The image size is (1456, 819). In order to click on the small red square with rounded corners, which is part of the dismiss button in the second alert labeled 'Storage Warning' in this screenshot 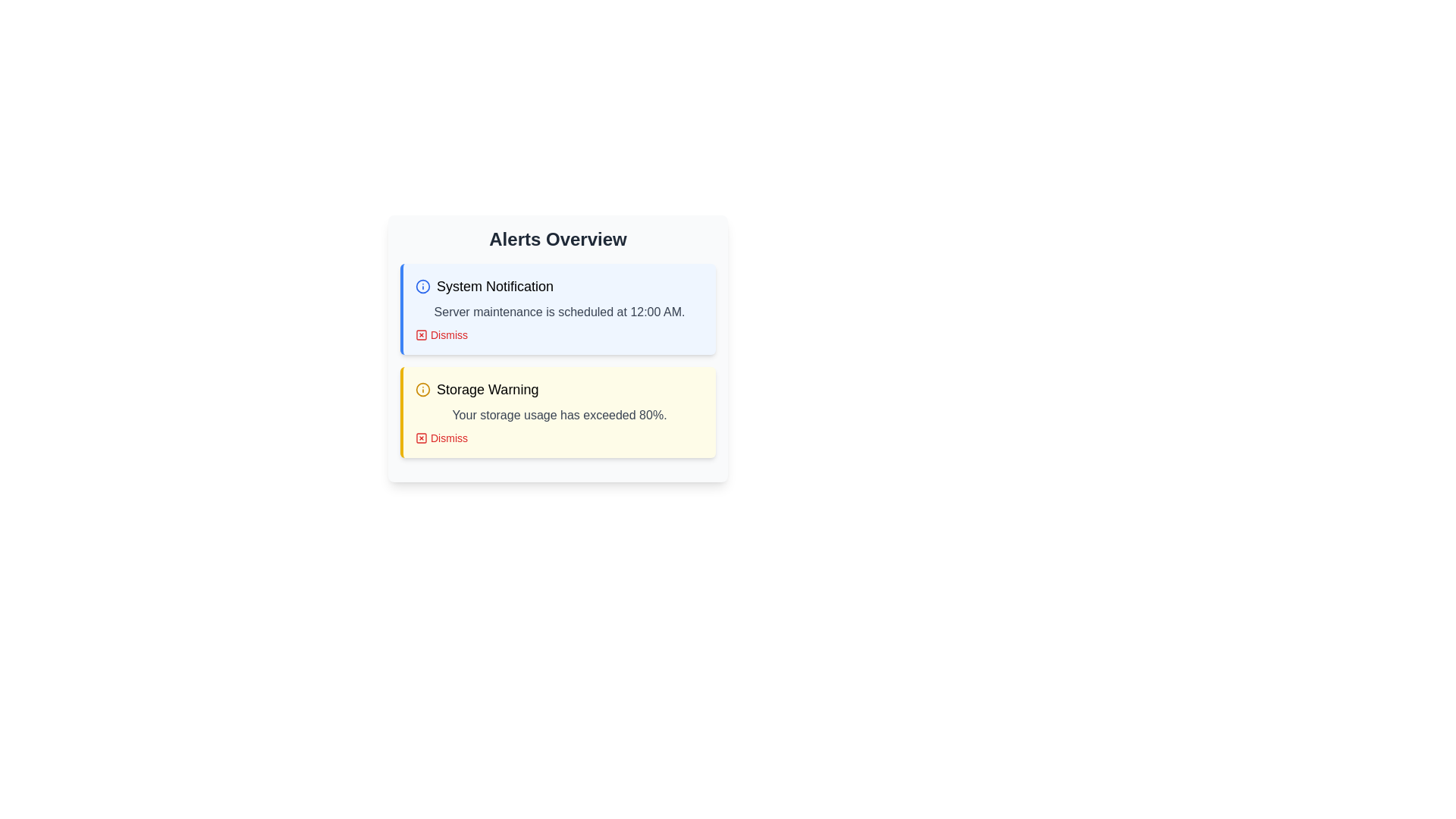, I will do `click(422, 438)`.